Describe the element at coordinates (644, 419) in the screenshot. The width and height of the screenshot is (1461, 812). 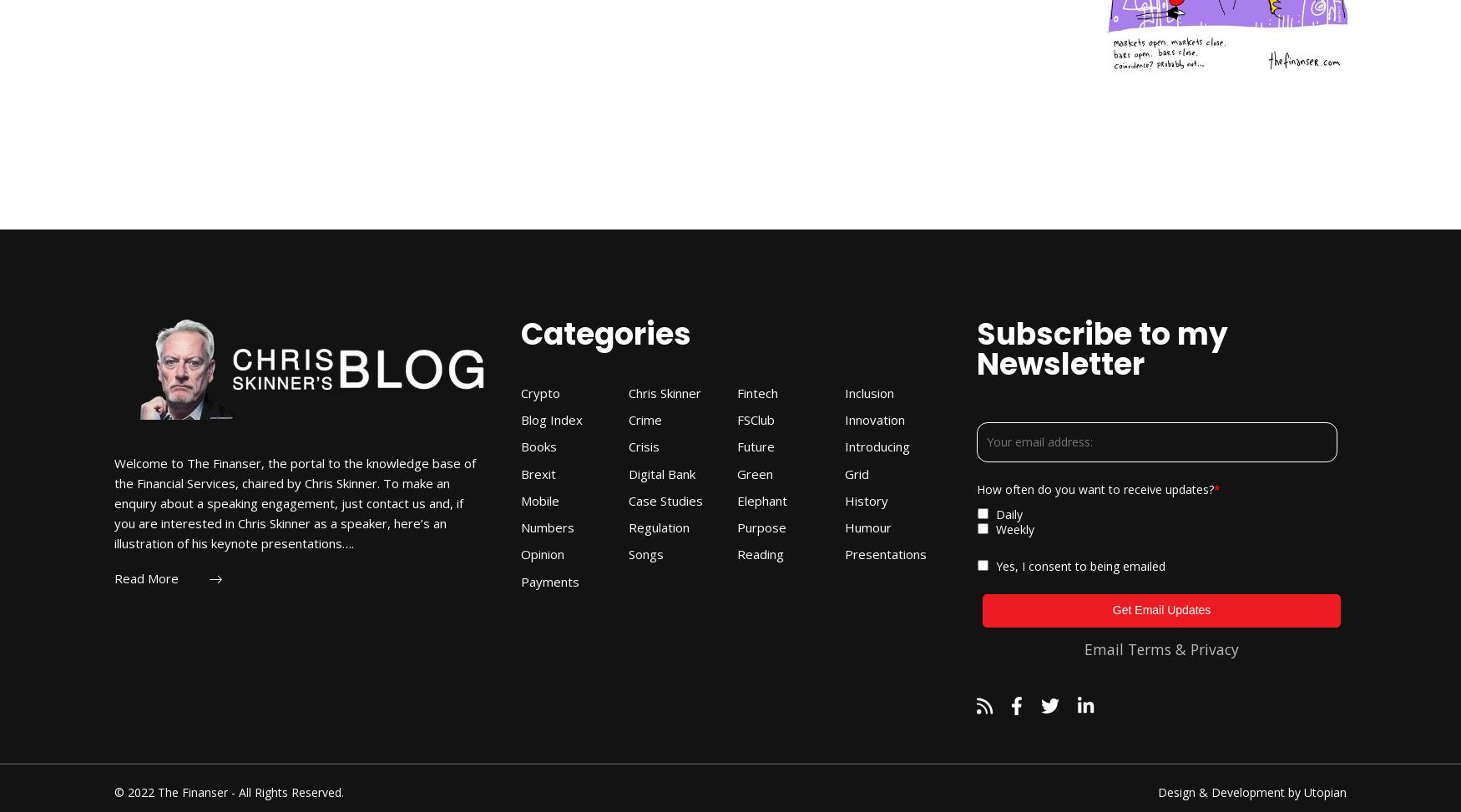
I see `'Crime'` at that location.